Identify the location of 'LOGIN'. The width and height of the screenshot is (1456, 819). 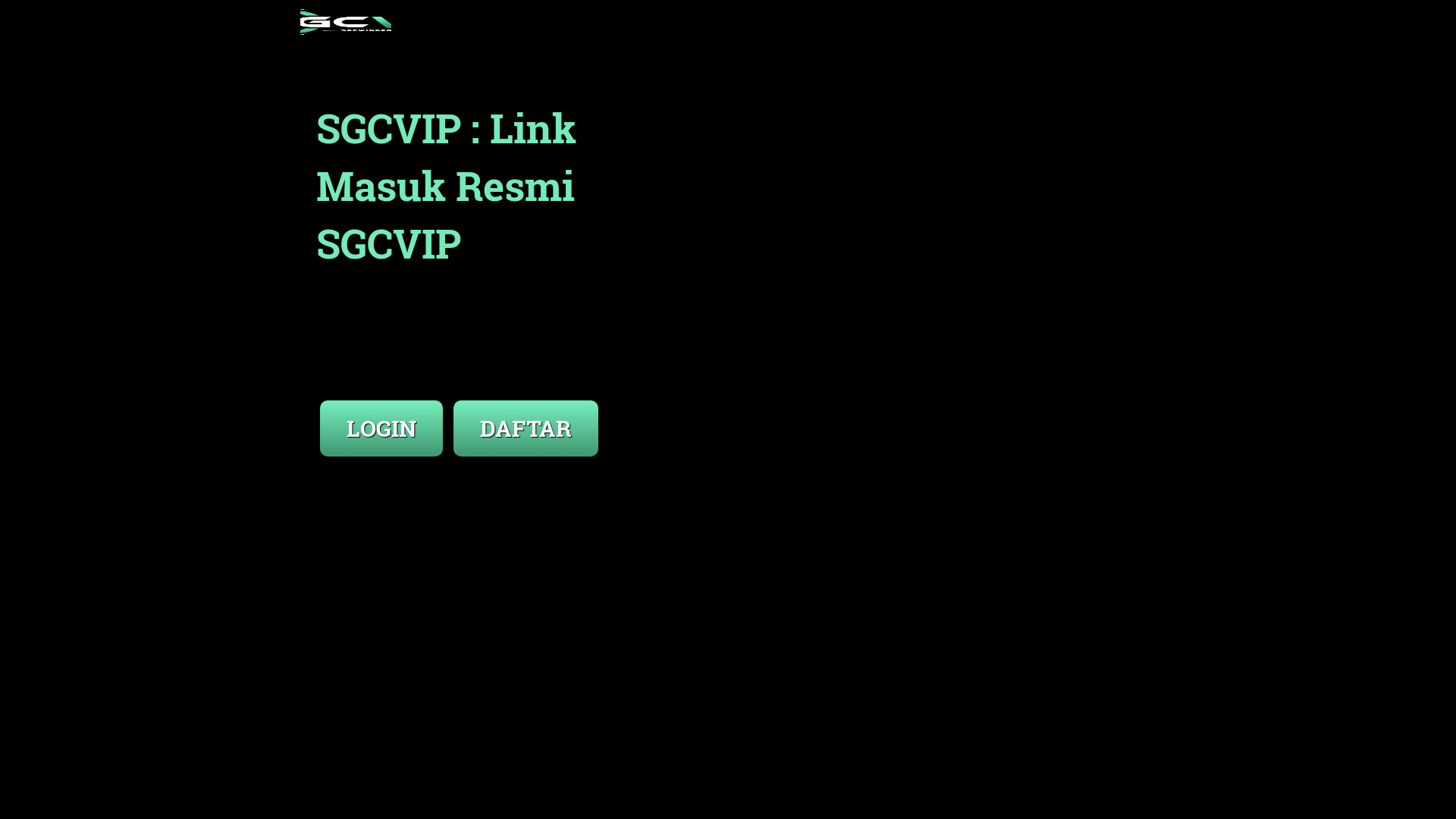
(381, 428).